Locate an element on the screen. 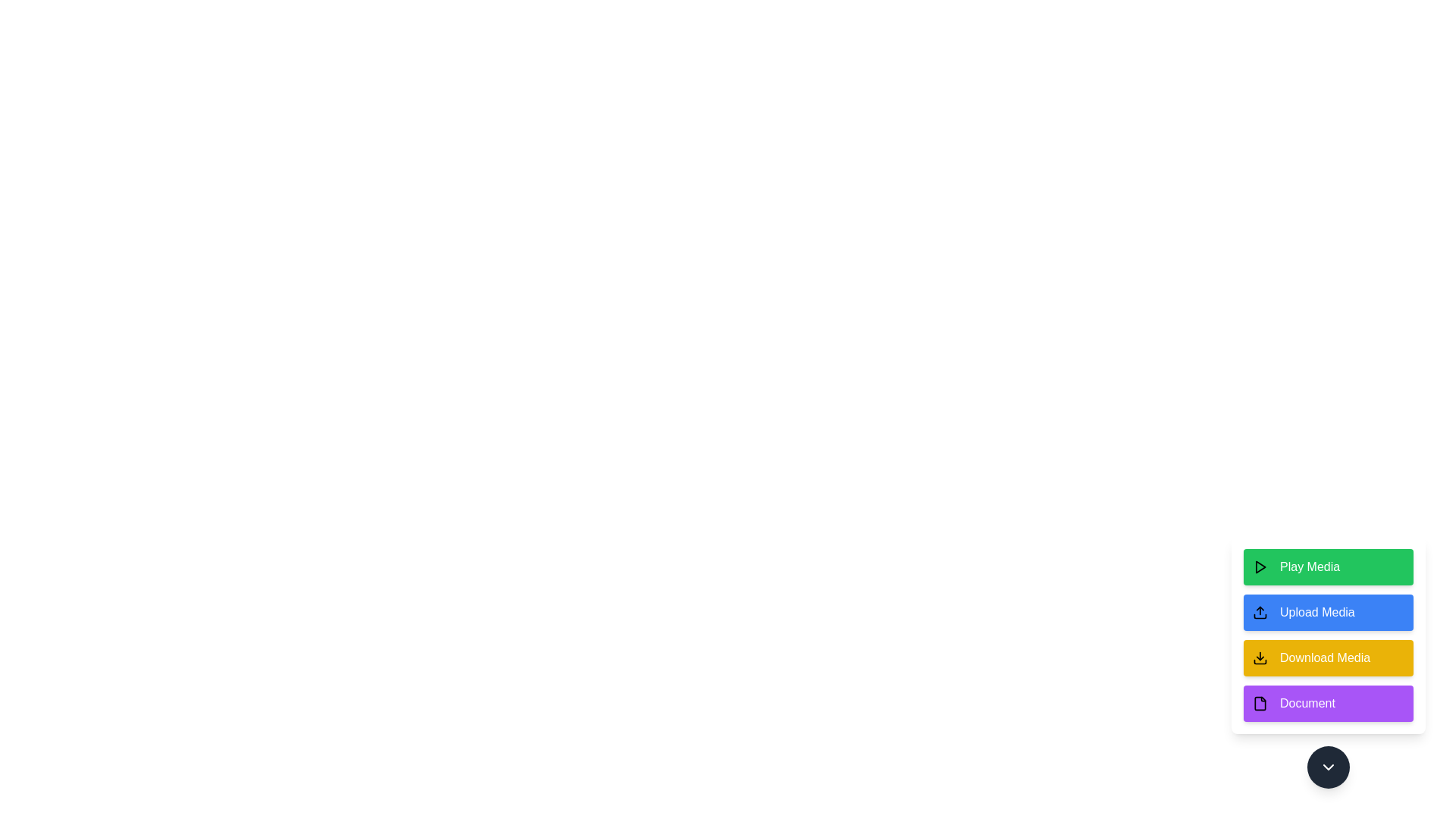 The width and height of the screenshot is (1456, 819). 'Download Media' button to initiate the download action is located at coordinates (1328, 657).